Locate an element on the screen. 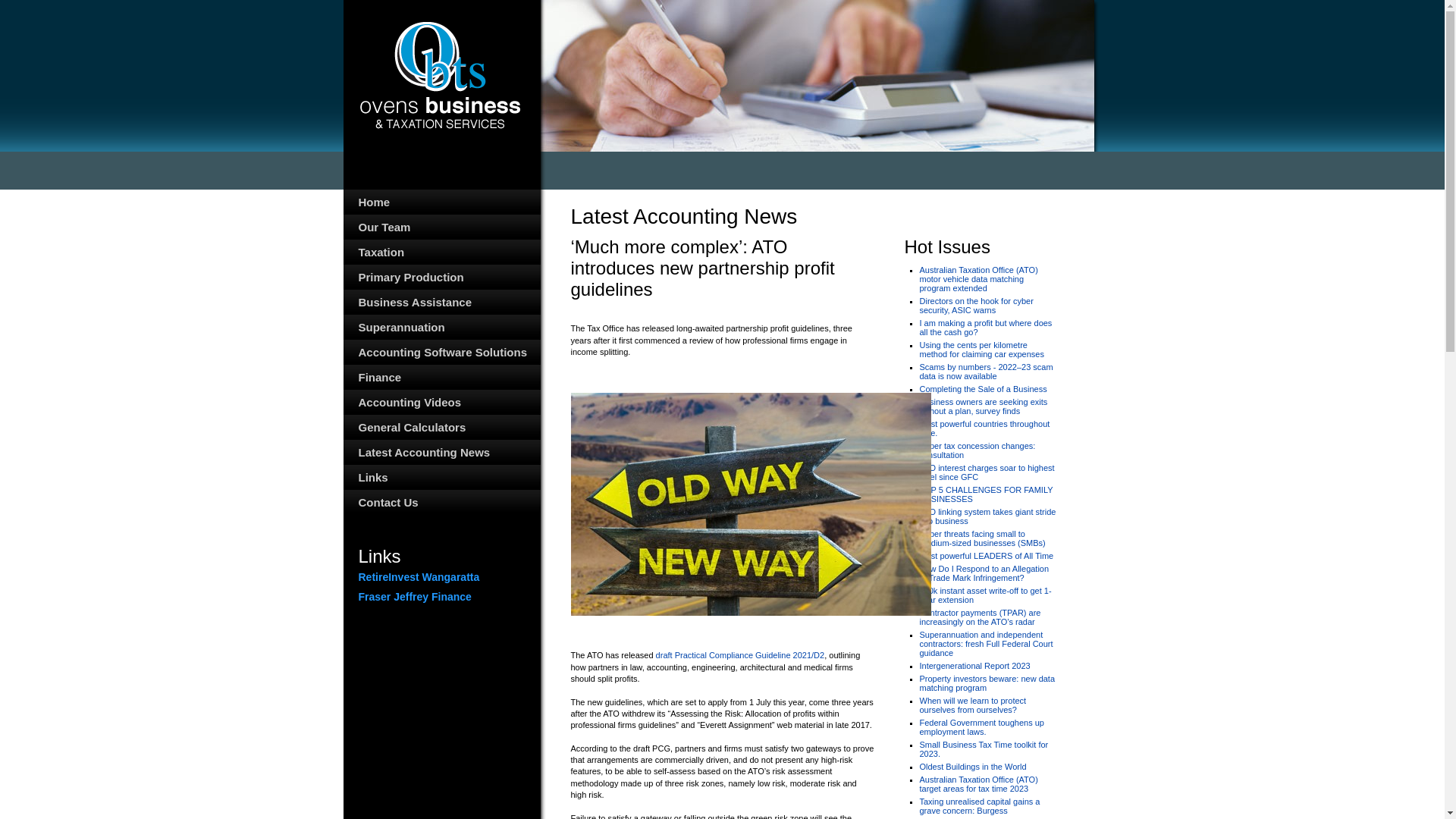  'Super tax concession changes: consultation' is located at coordinates (977, 450).